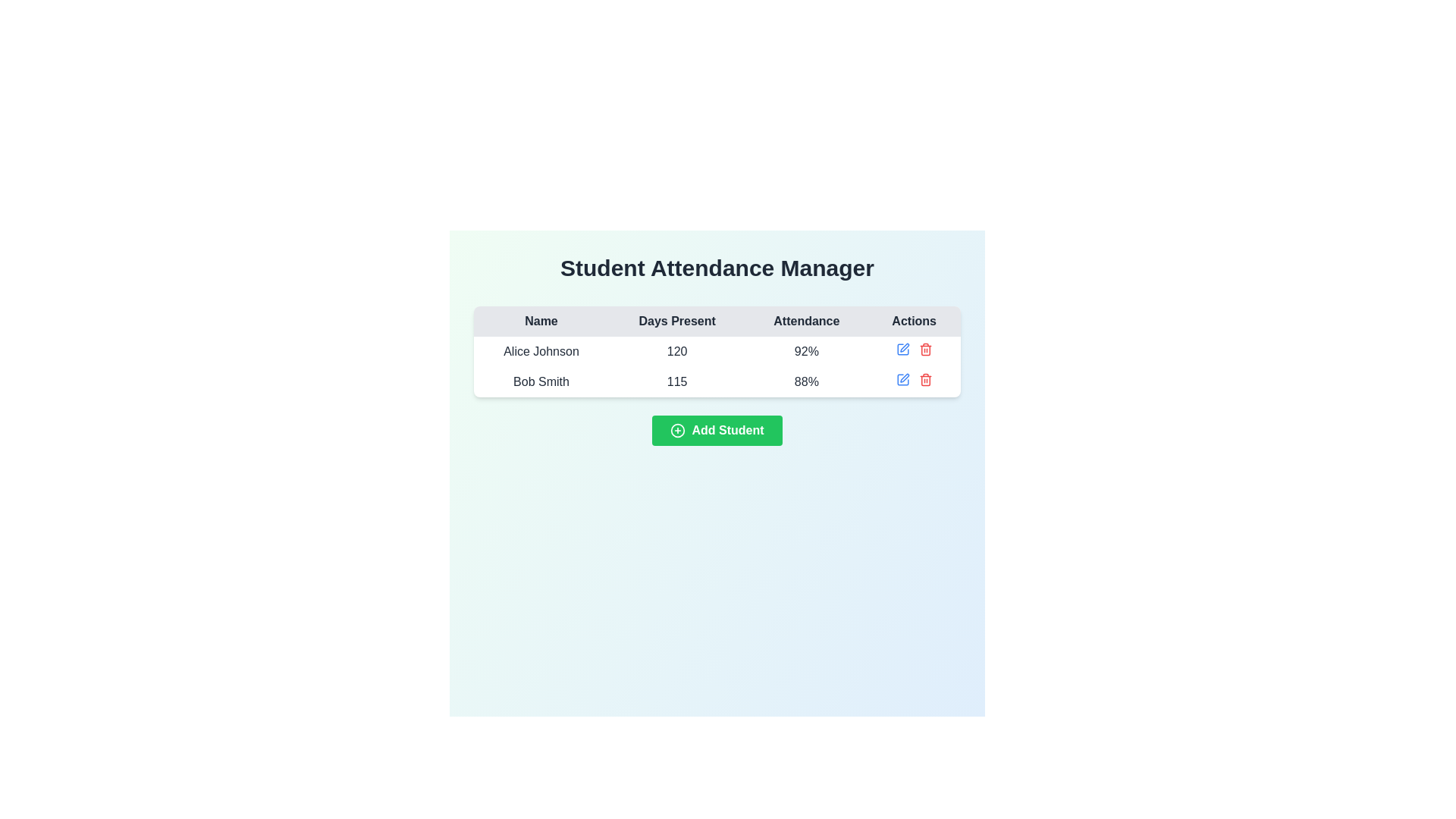 Image resolution: width=1456 pixels, height=819 pixels. I want to click on the third header in the attendance data table, which is positioned between 'Days Present' and 'Actions', so click(805, 321).